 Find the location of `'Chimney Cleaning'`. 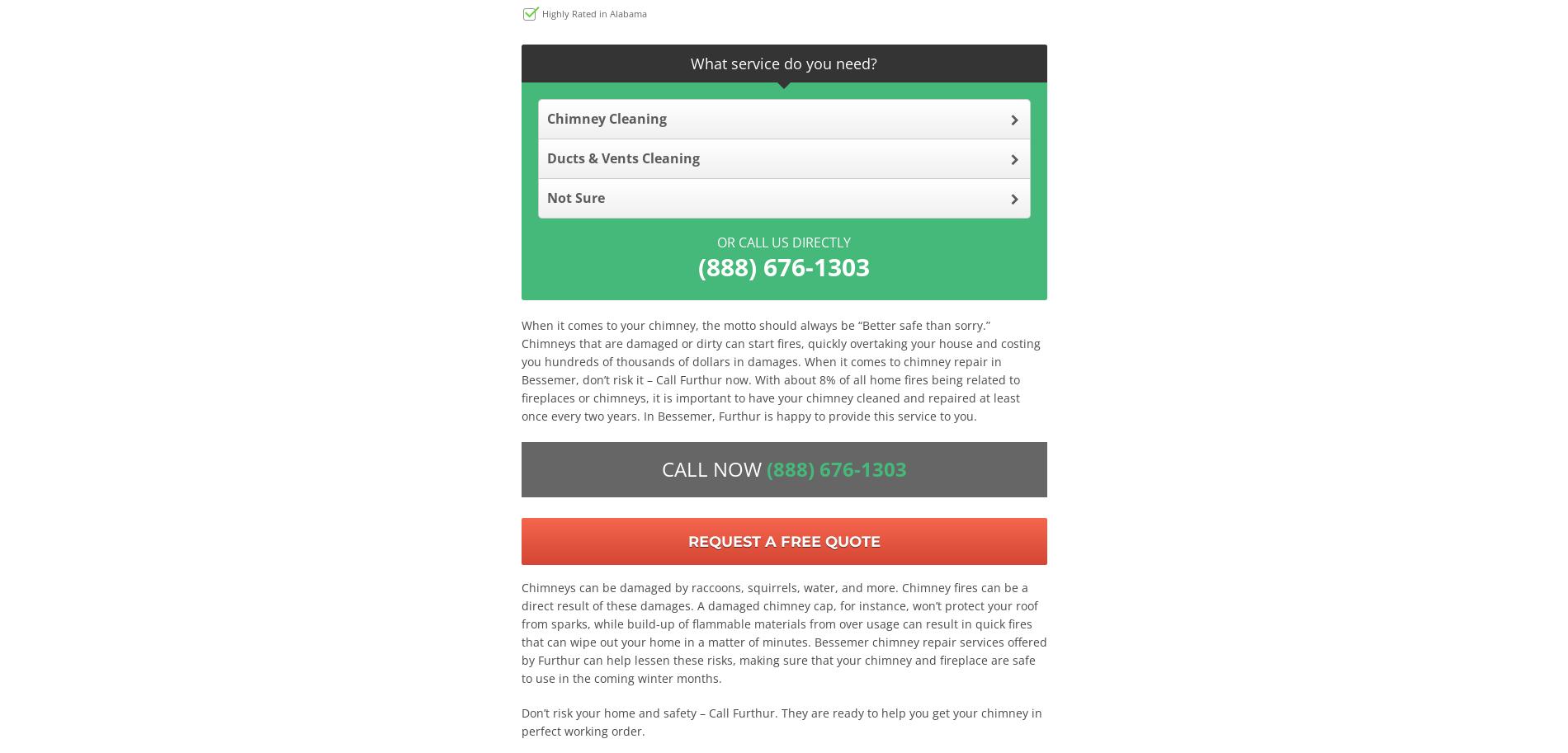

'Chimney Cleaning' is located at coordinates (605, 116).